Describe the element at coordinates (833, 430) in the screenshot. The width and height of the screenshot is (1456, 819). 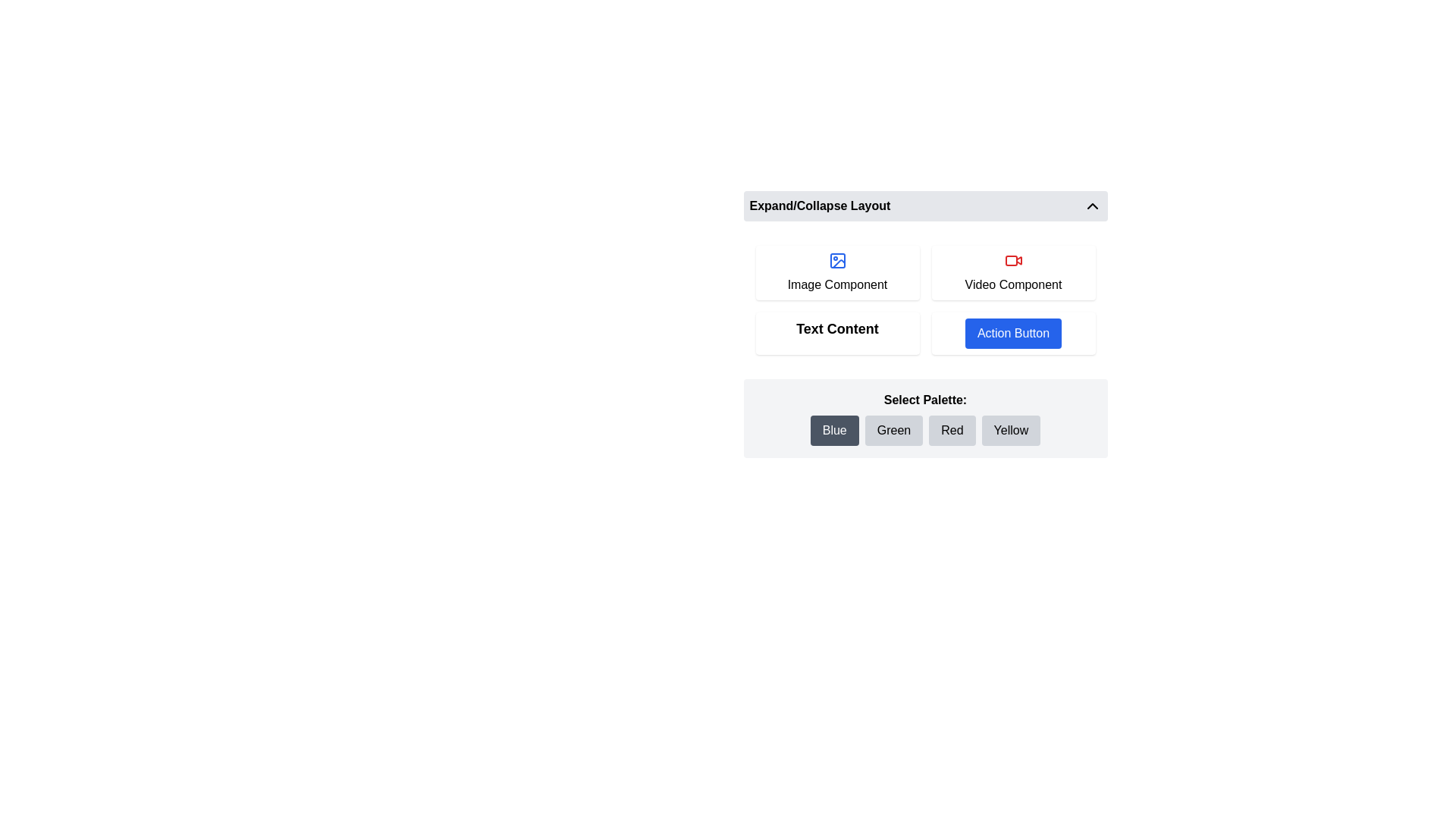
I see `the 'Blue' button` at that location.